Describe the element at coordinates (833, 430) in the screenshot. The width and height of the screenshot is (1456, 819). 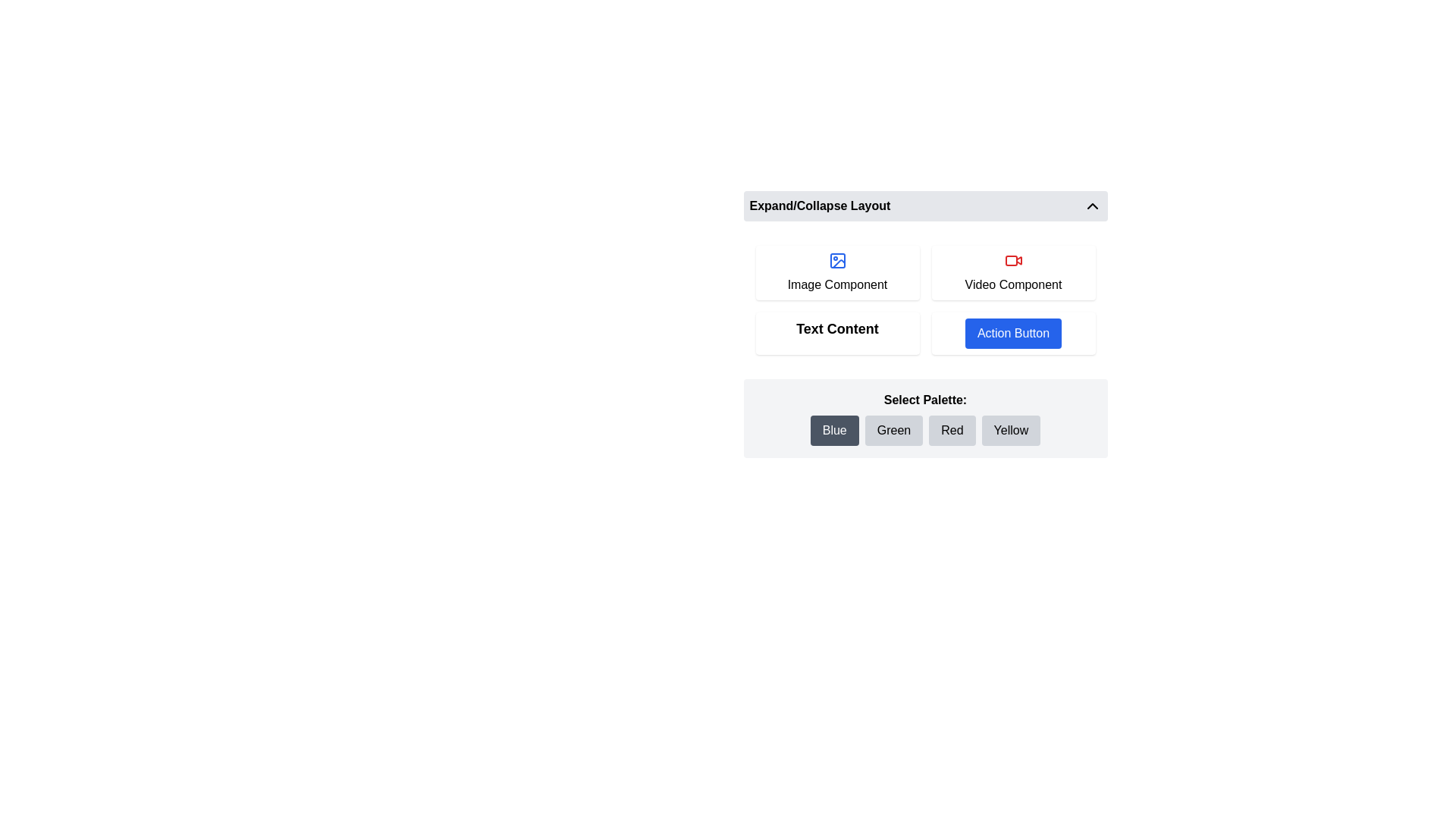
I see `the 'Blue' button` at that location.